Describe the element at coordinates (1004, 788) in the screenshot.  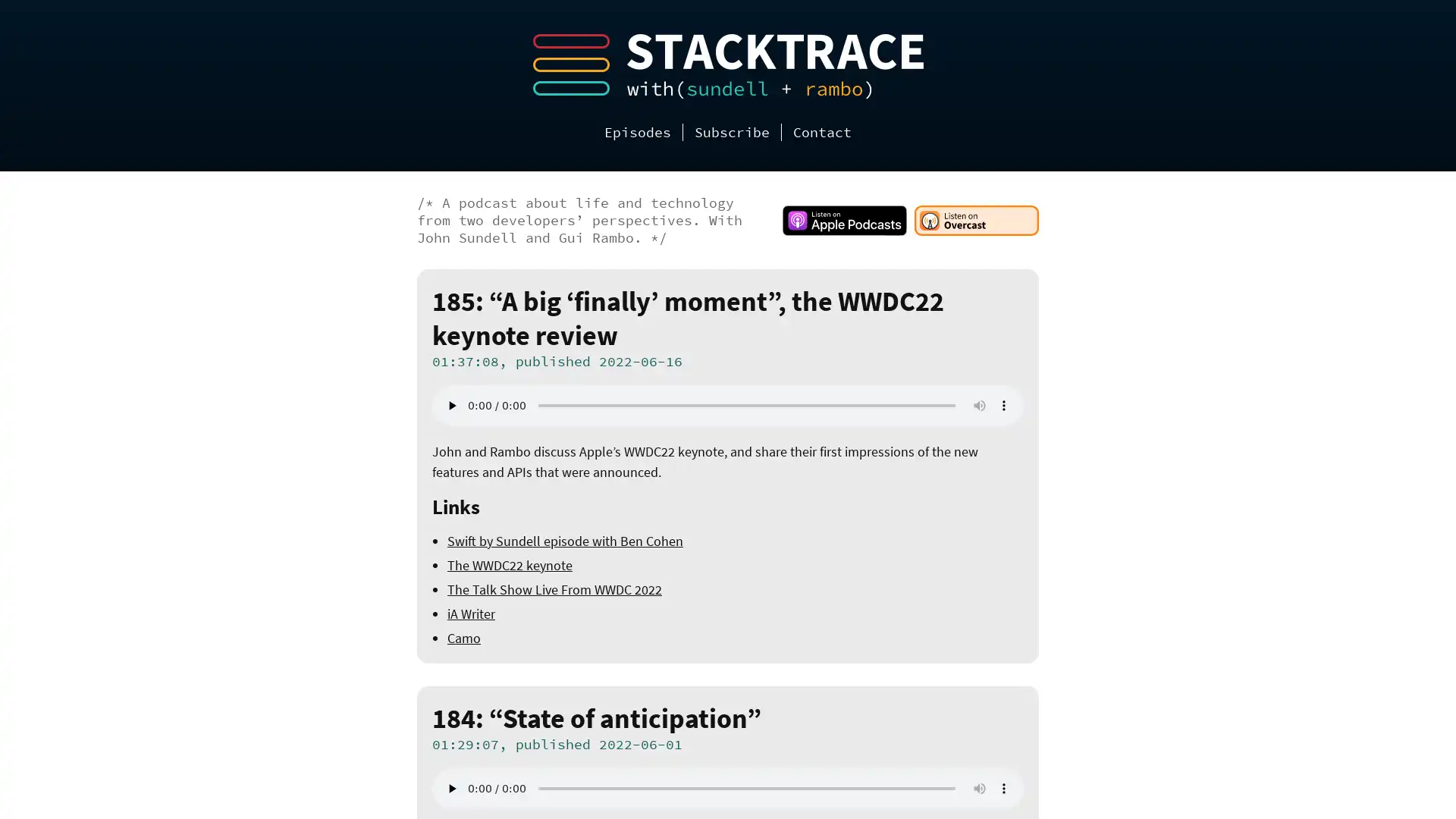
I see `show more media controls` at that location.